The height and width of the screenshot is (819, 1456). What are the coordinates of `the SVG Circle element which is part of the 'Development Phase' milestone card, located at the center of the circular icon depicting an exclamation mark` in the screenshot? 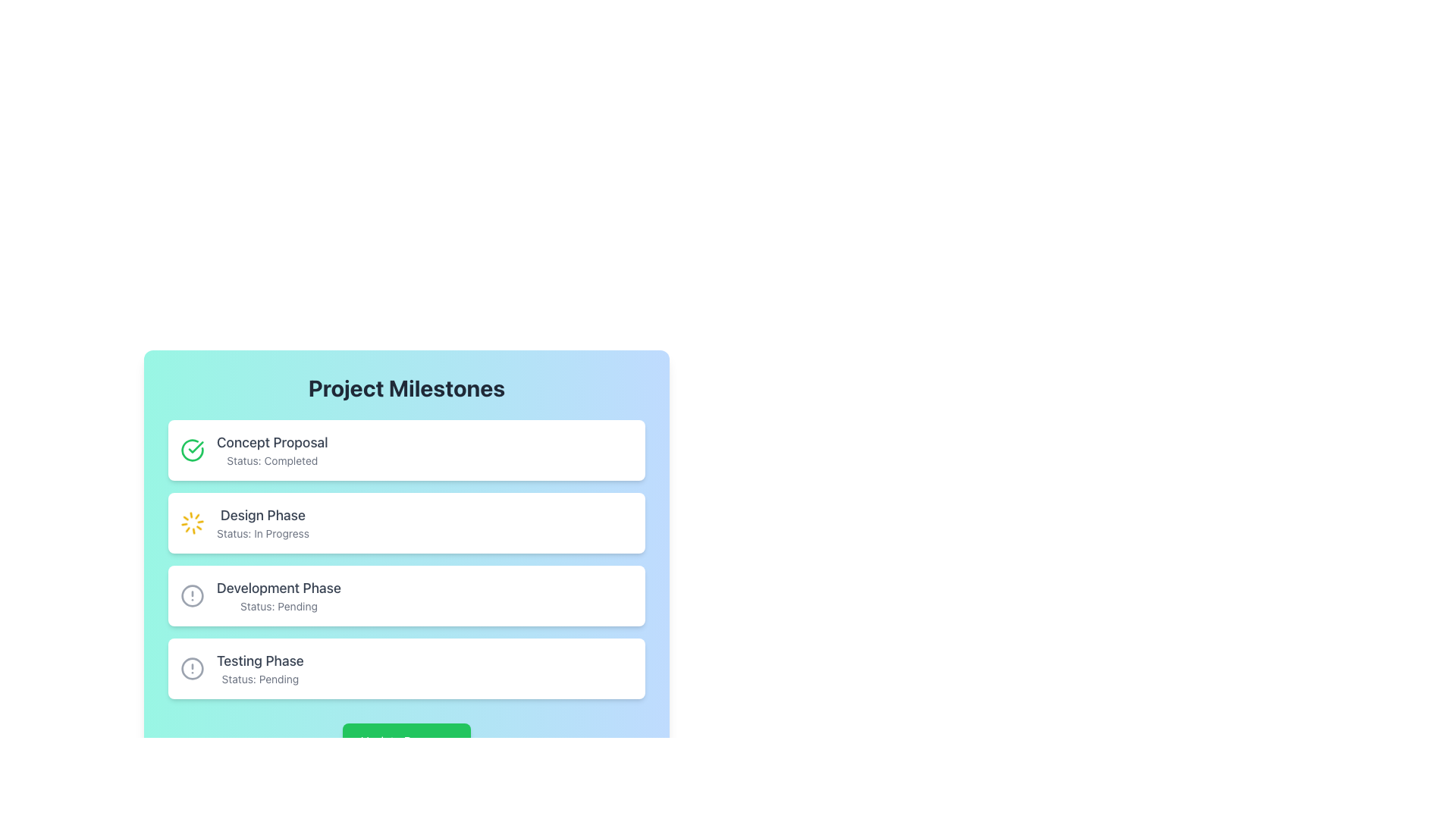 It's located at (192, 595).